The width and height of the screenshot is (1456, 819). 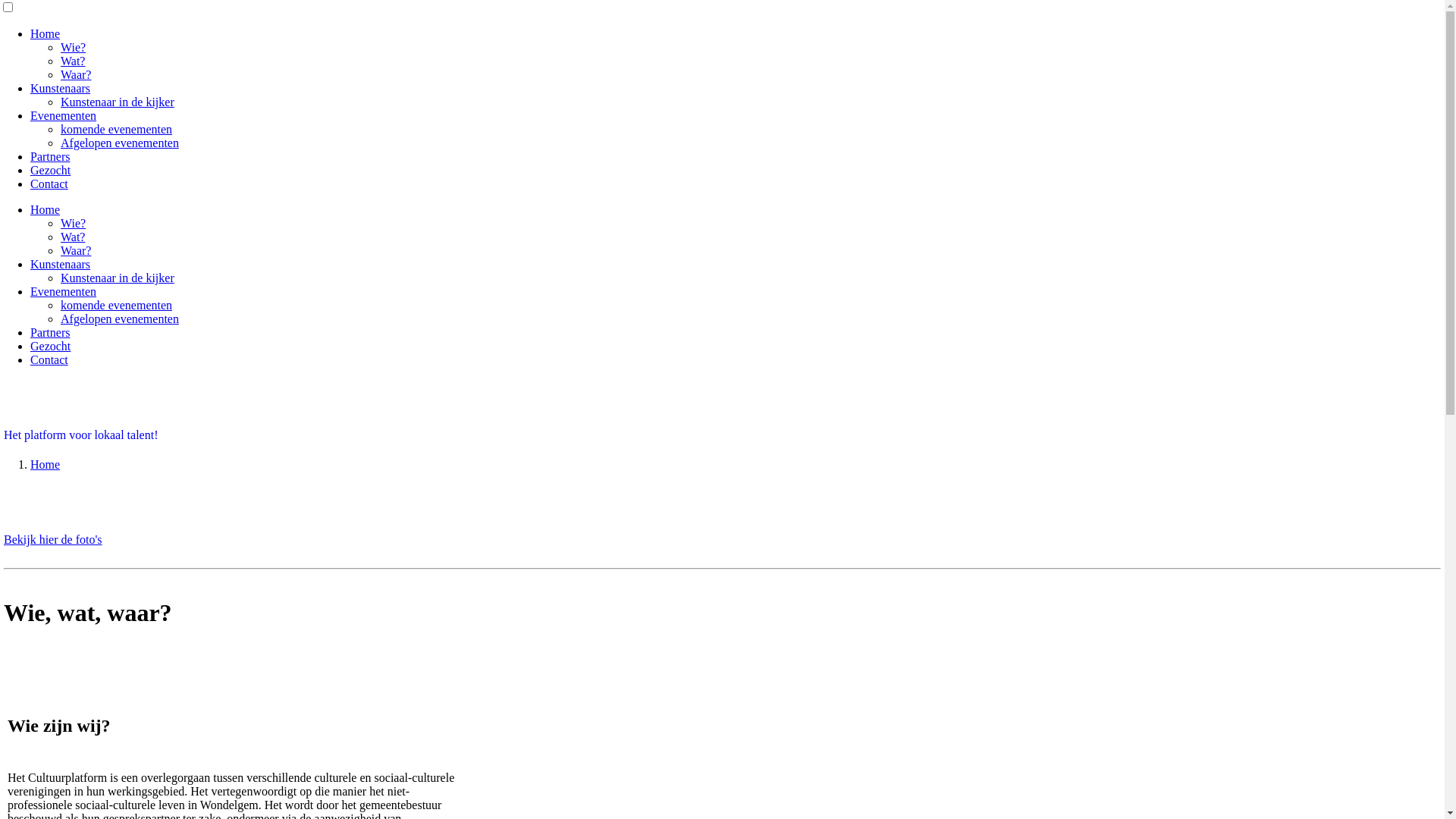 What do you see at coordinates (116, 278) in the screenshot?
I see `'Kunstenaar in de kijker'` at bounding box center [116, 278].